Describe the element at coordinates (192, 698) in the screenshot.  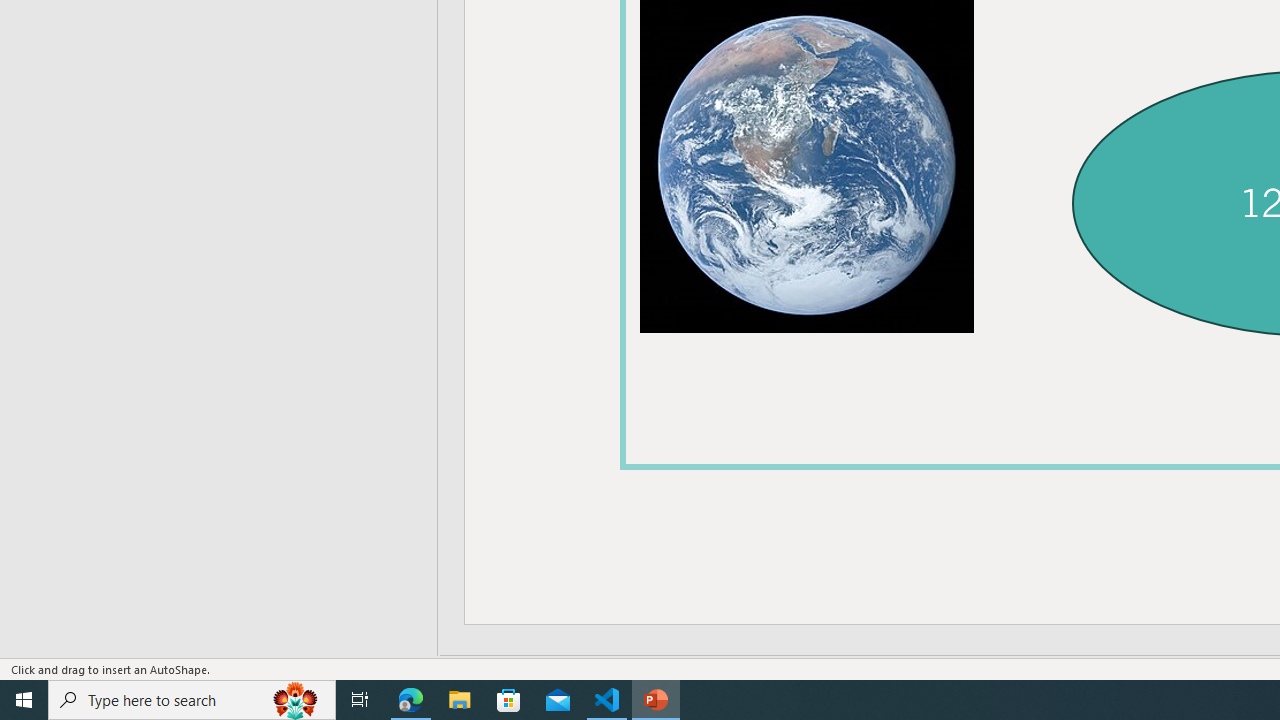
I see `'Type here to search'` at that location.